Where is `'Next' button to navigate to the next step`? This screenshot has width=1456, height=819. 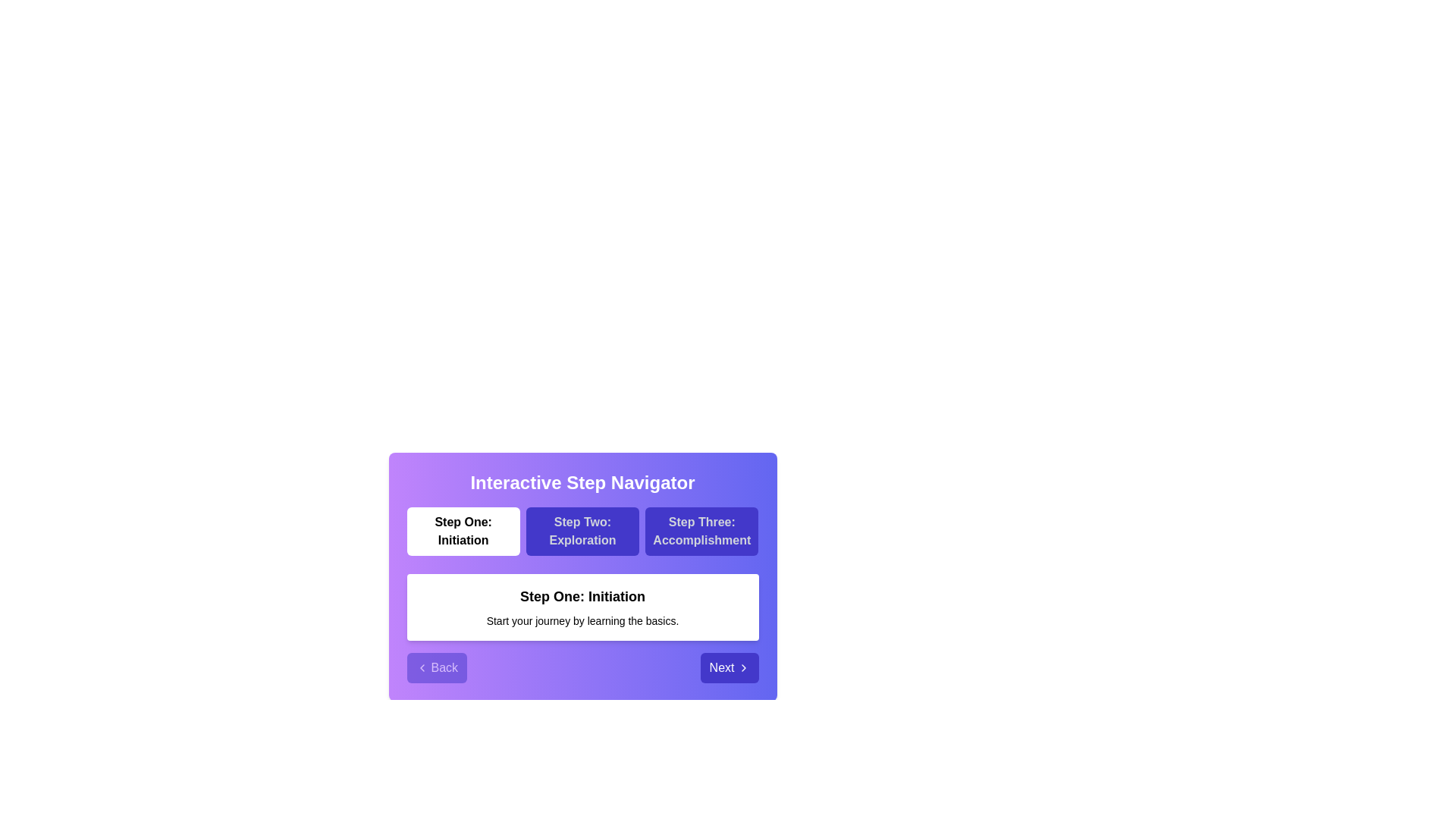
'Next' button to navigate to the next step is located at coordinates (729, 667).